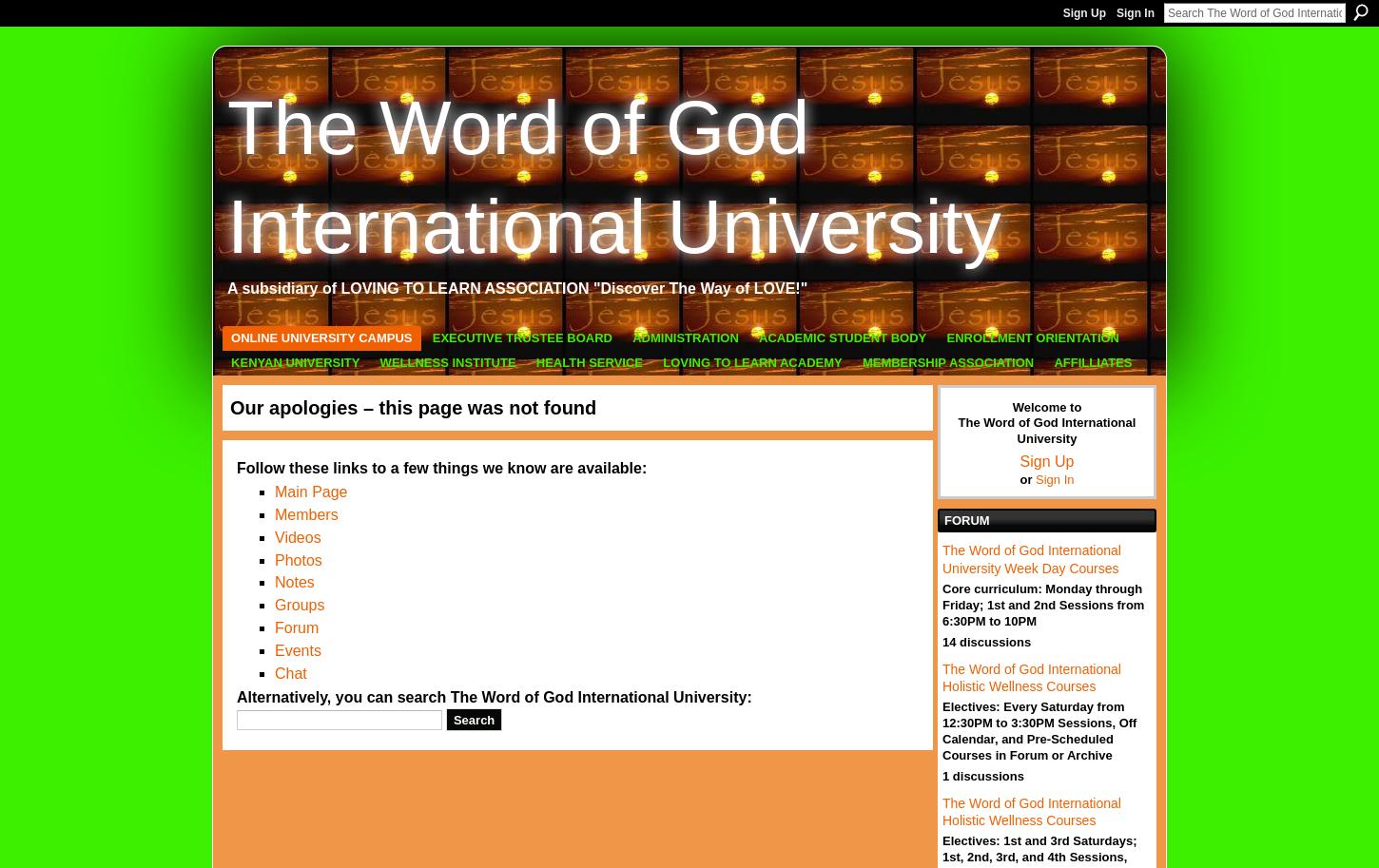  What do you see at coordinates (521, 337) in the screenshot?
I see `'Executive Trustee Board'` at bounding box center [521, 337].